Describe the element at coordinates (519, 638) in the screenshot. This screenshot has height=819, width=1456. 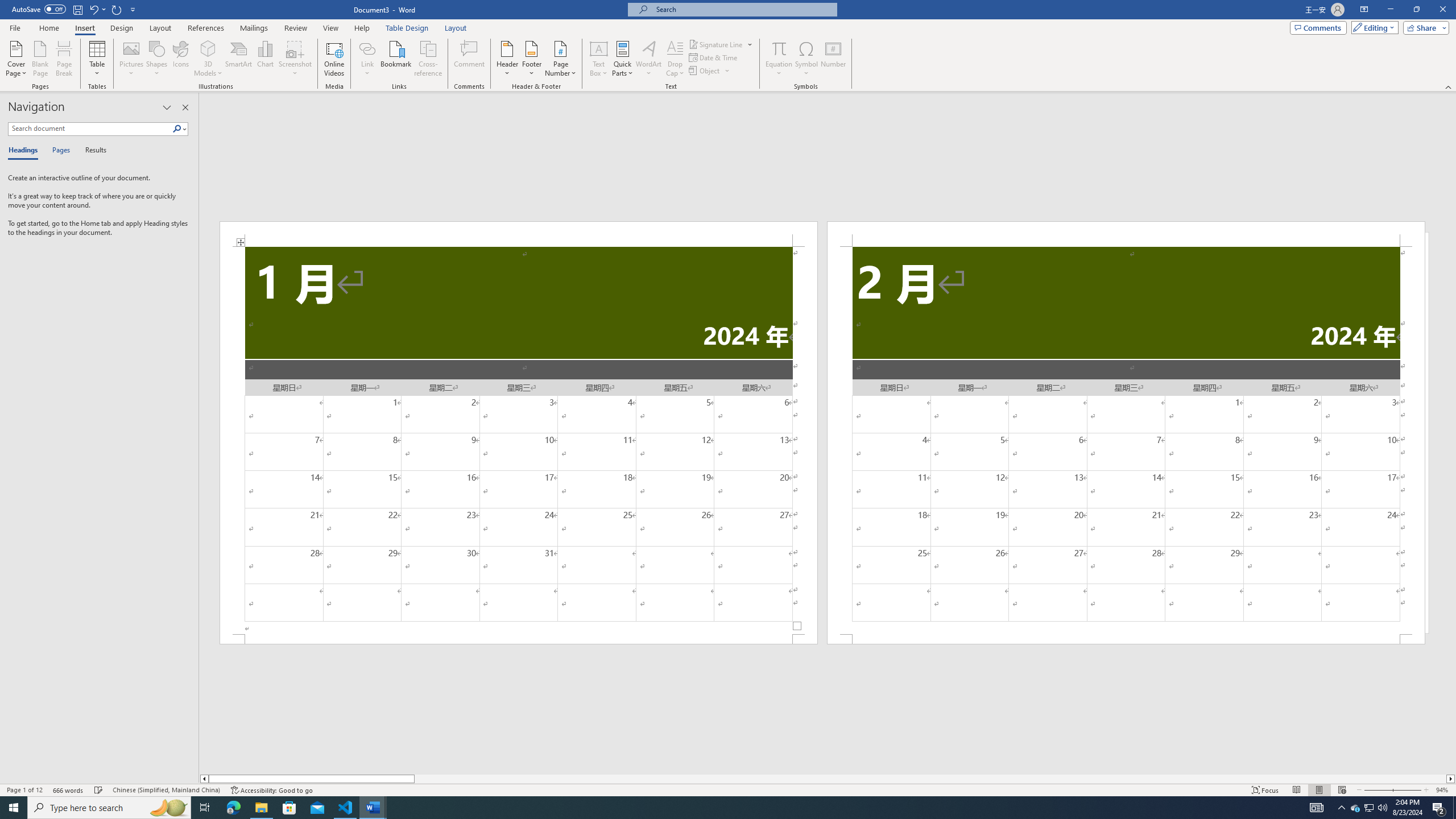
I see `'Footer -Section 1-'` at that location.